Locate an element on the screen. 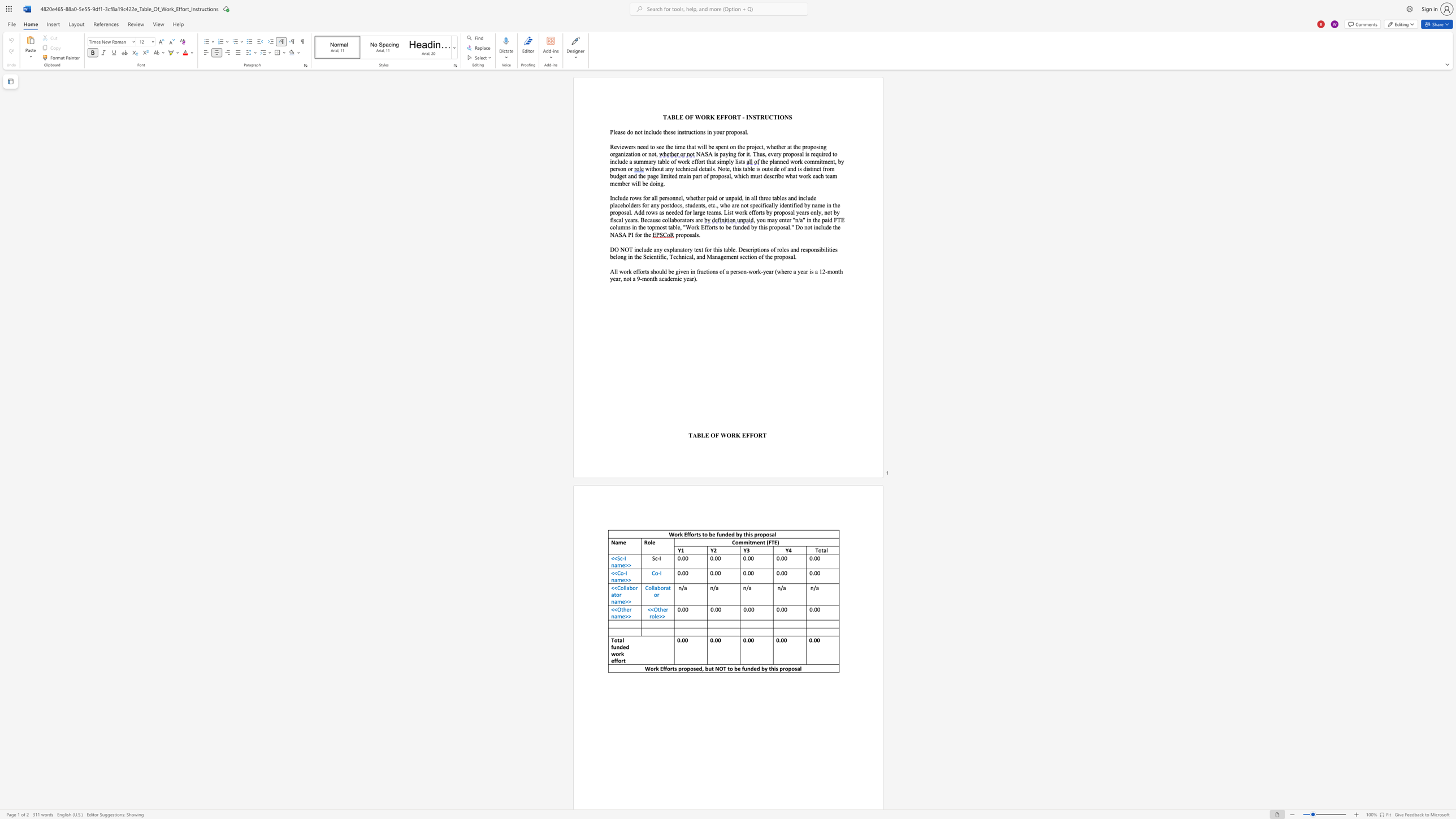  the subset text "ed" within the text "identified" is located at coordinates (796, 205).